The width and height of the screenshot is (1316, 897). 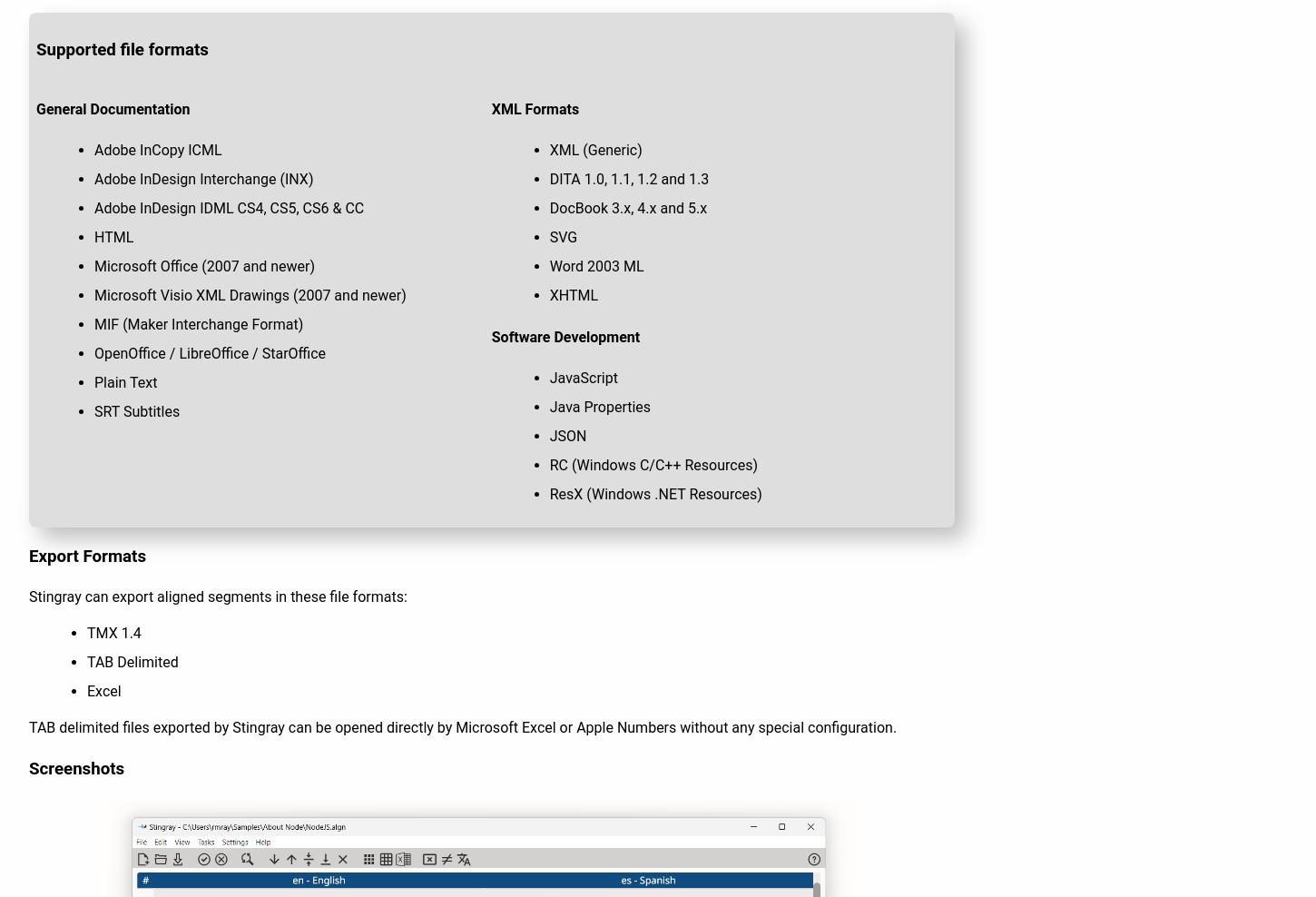 What do you see at coordinates (121, 48) in the screenshot?
I see `'Supported file formats'` at bounding box center [121, 48].